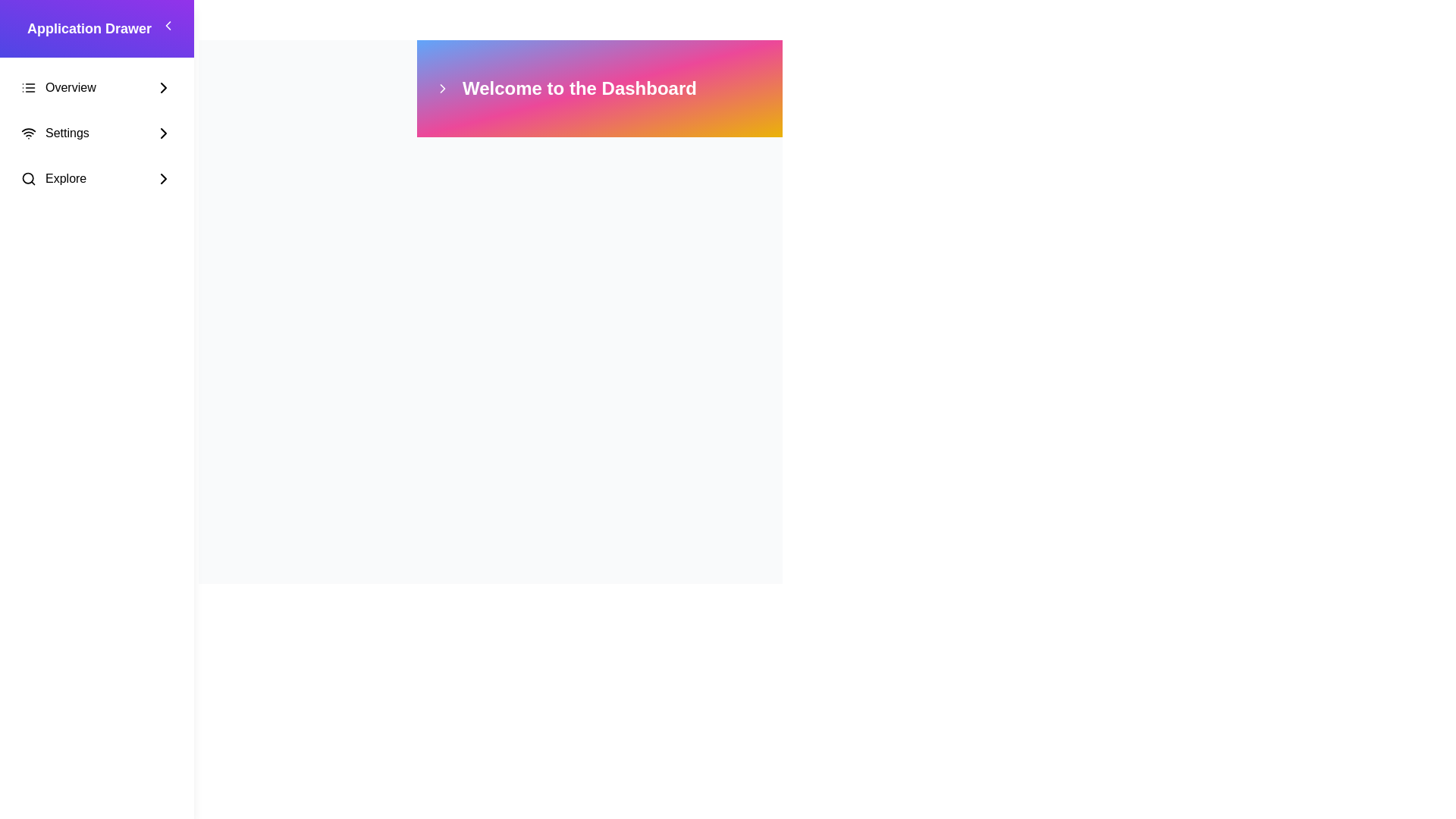  What do you see at coordinates (66, 133) in the screenshot?
I see `the 'Settings' text label in the left navigation menu` at bounding box center [66, 133].